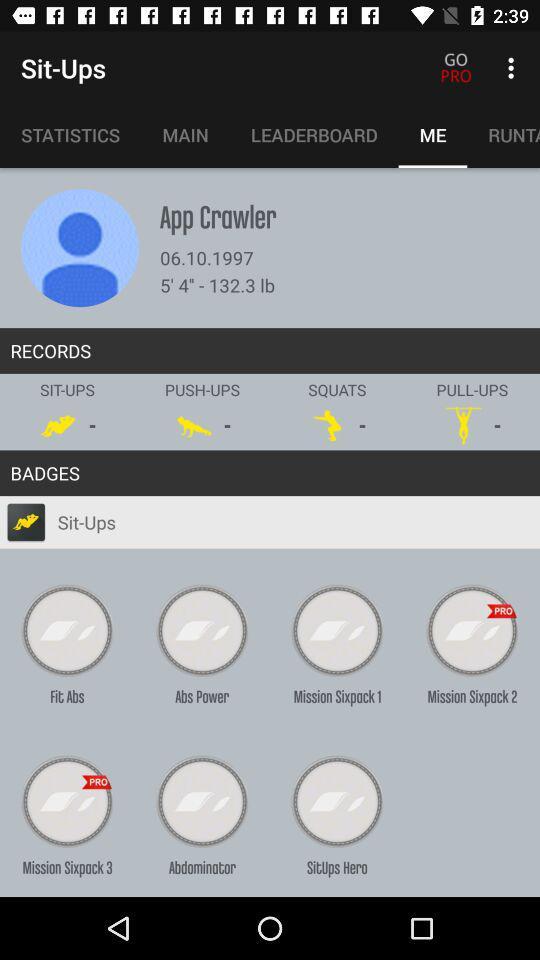 This screenshot has height=960, width=540. Describe the element at coordinates (79, 247) in the screenshot. I see `edit profile picture` at that location.